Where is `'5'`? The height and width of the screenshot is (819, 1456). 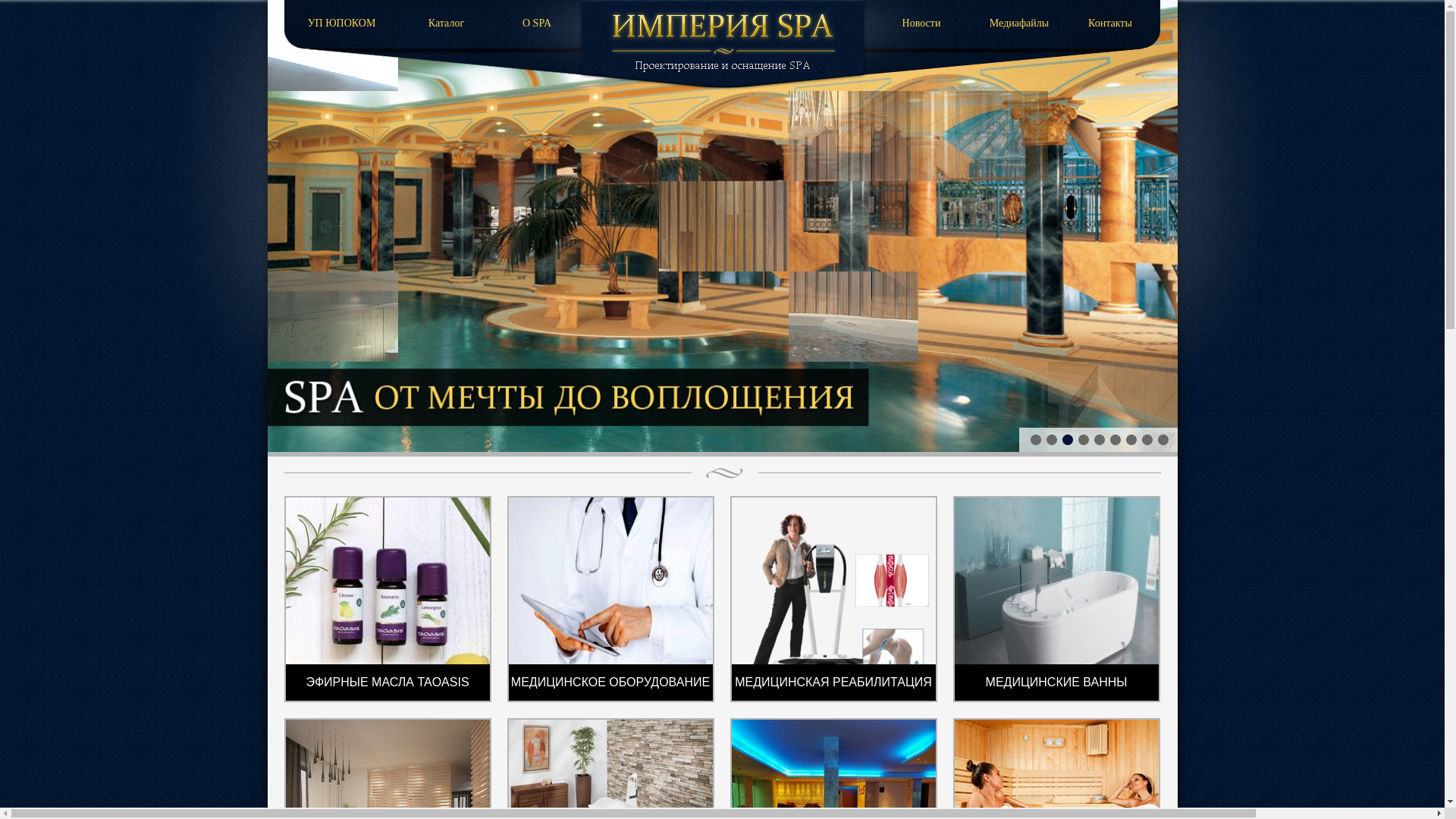 '5' is located at coordinates (1099, 439).